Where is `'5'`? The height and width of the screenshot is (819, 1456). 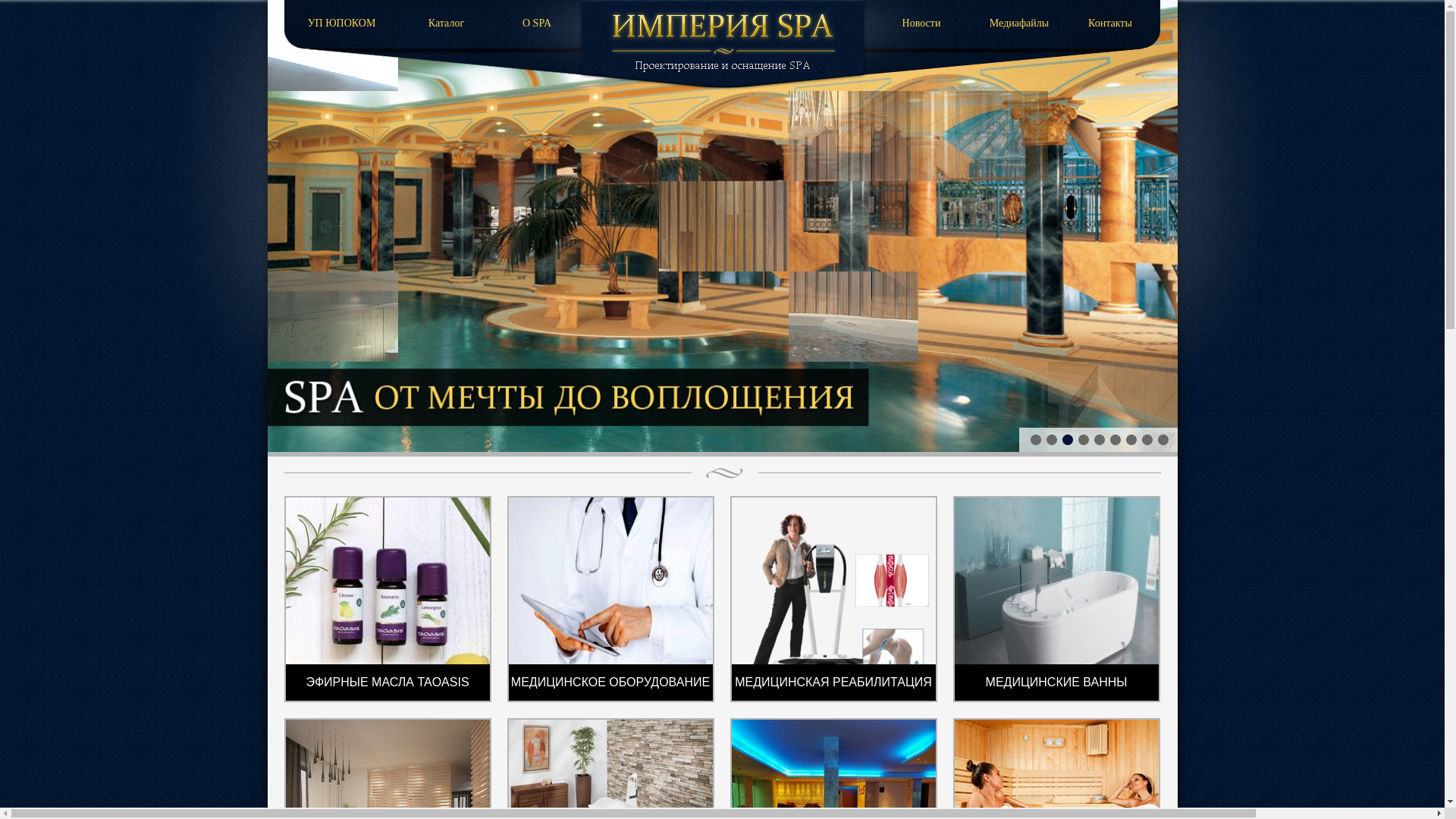 '5' is located at coordinates (1099, 439).